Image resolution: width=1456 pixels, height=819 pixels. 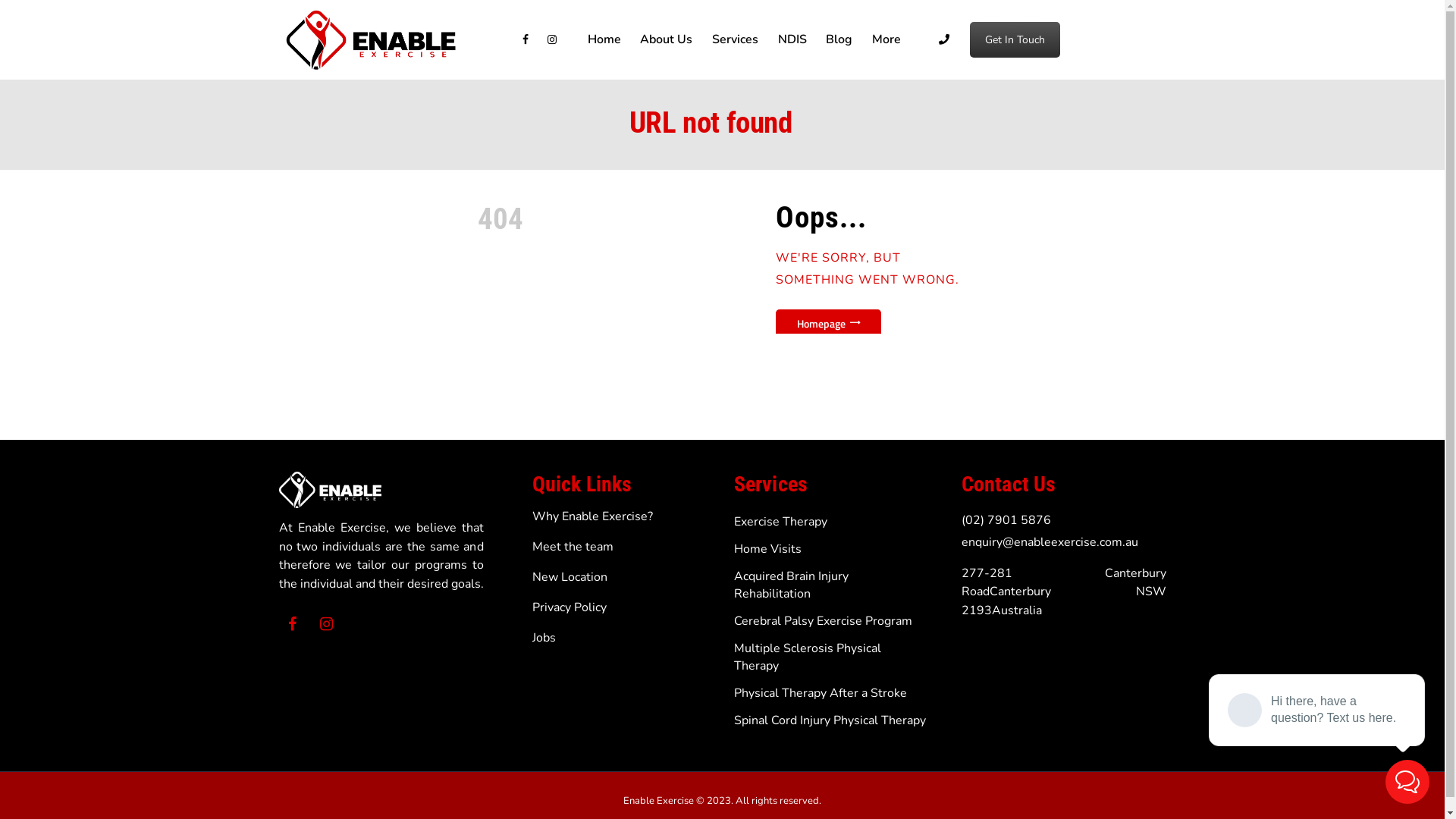 What do you see at coordinates (886, 39) in the screenshot?
I see `'More'` at bounding box center [886, 39].